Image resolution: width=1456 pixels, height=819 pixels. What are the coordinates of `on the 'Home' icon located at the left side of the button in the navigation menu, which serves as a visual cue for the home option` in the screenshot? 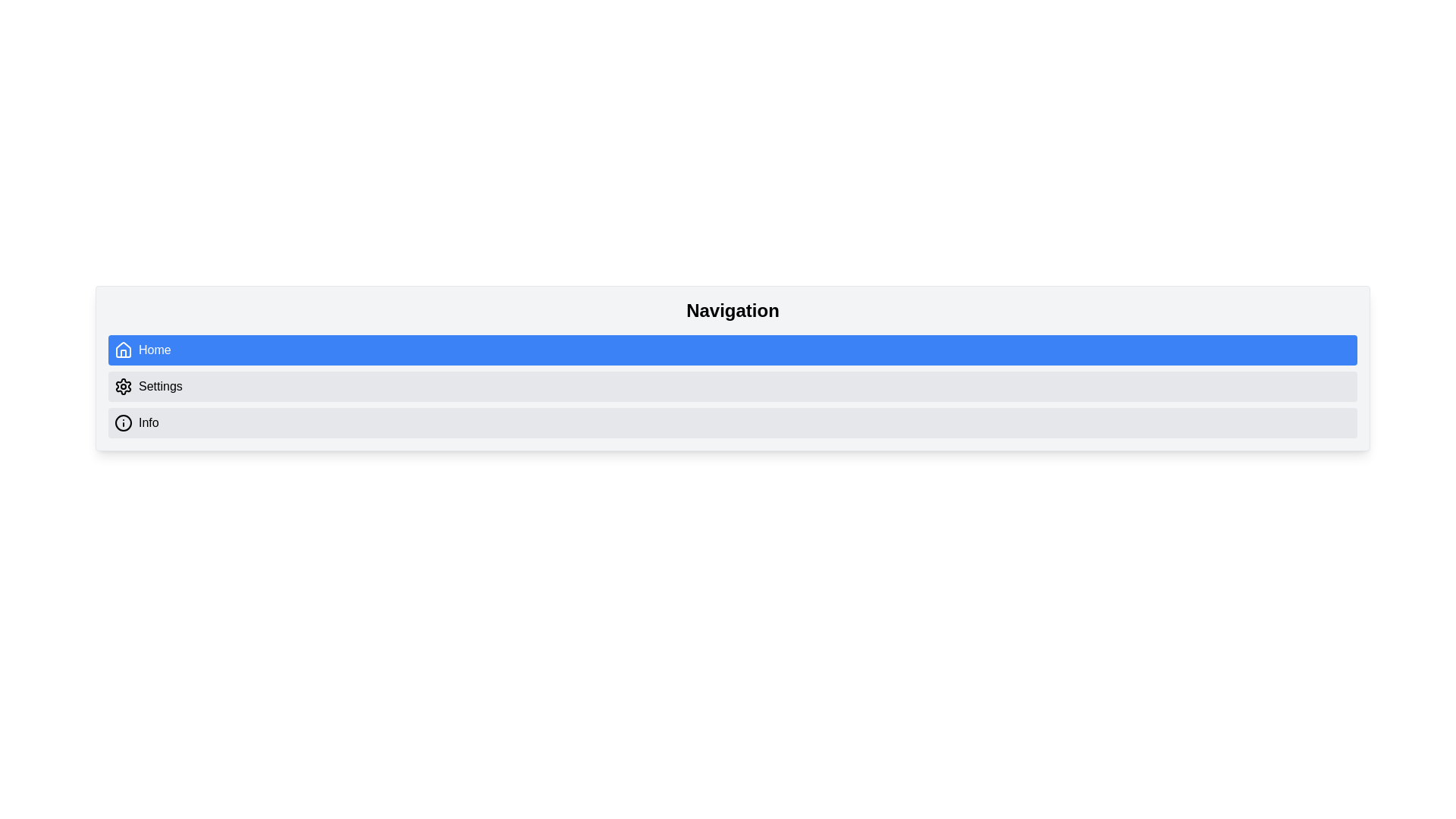 It's located at (124, 350).